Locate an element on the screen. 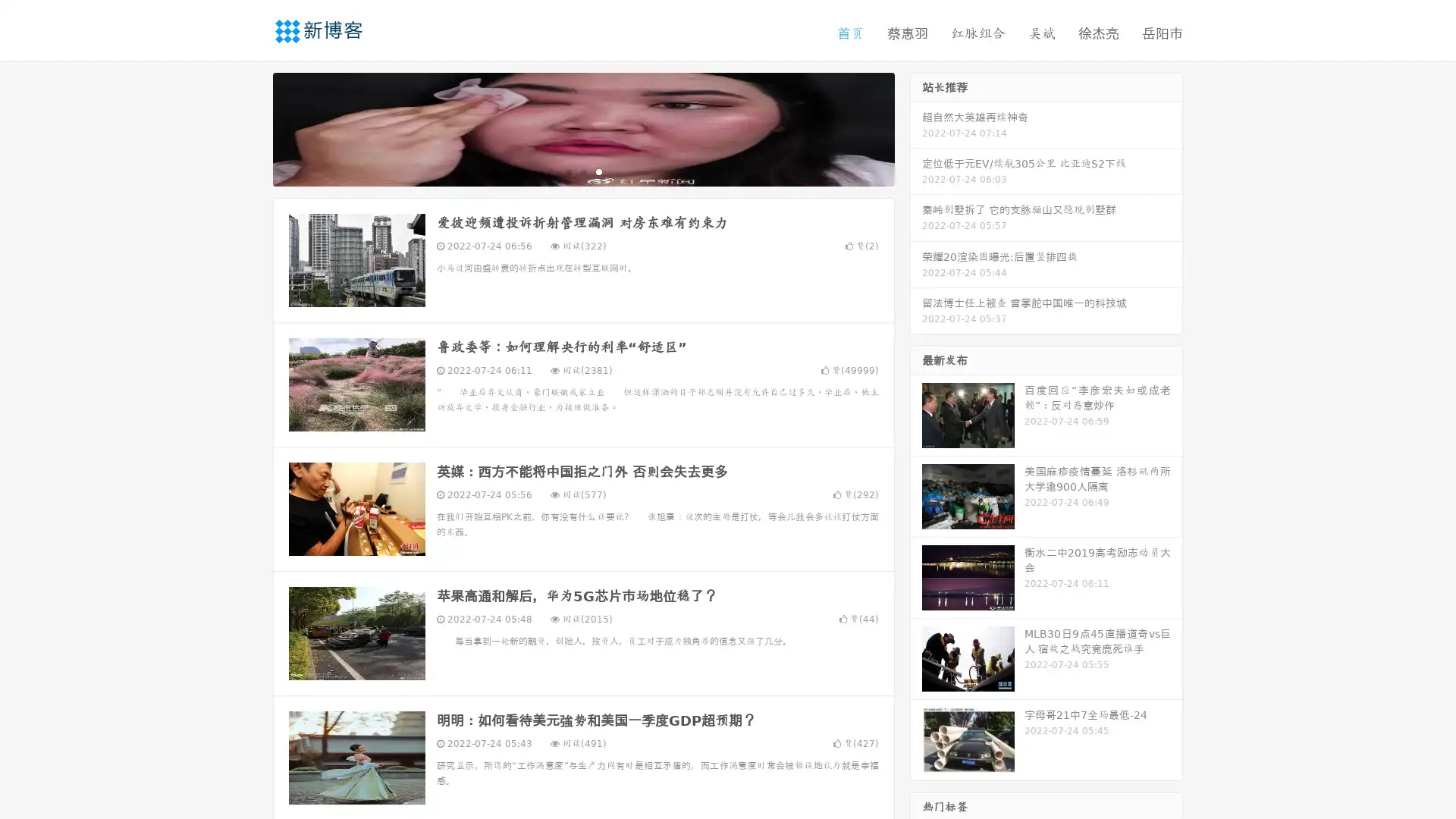 The height and width of the screenshot is (819, 1456). Next slide is located at coordinates (916, 127).